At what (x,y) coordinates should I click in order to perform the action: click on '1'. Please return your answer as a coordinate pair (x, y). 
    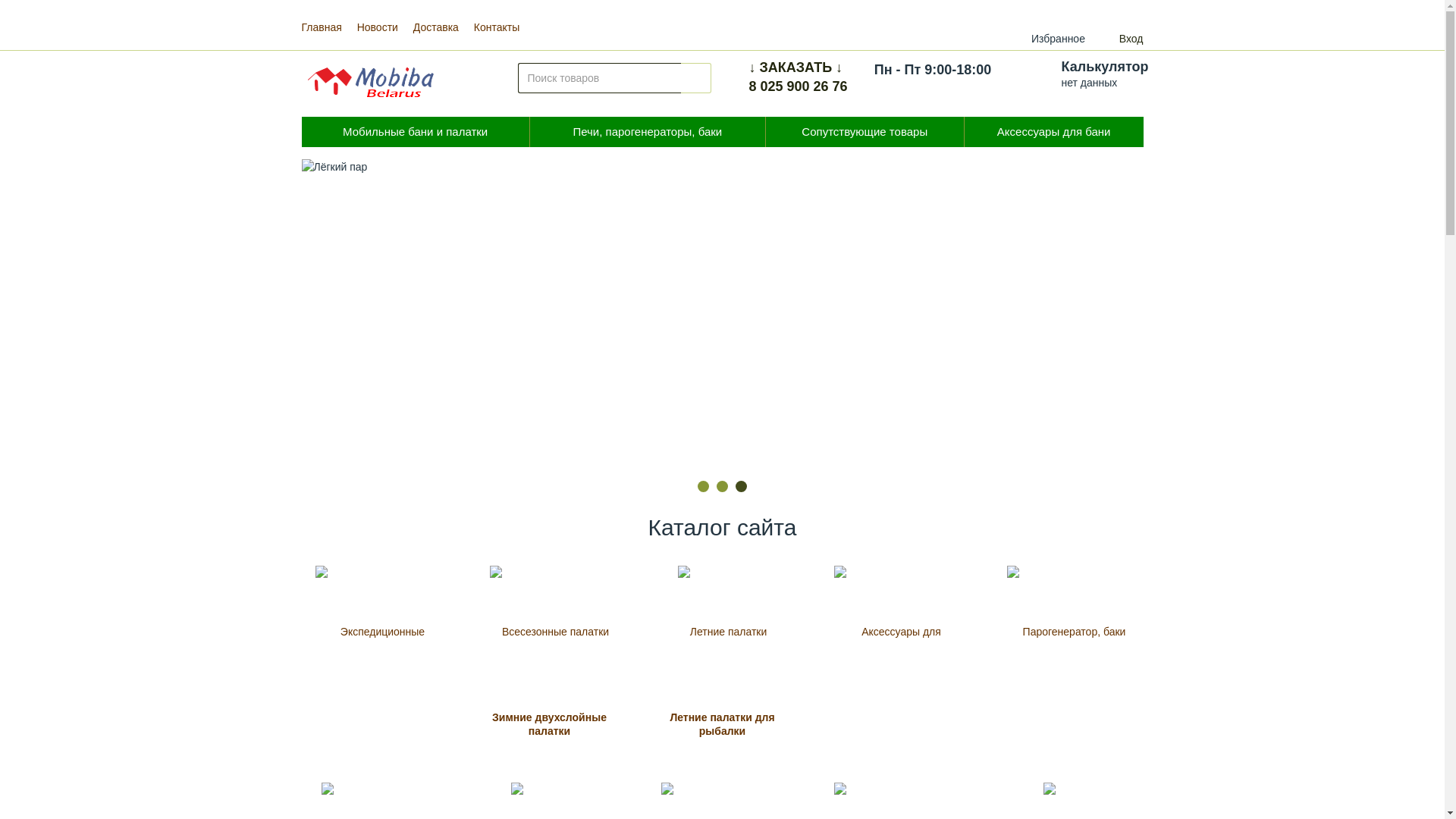
    Looking at the image, I should click on (702, 486).